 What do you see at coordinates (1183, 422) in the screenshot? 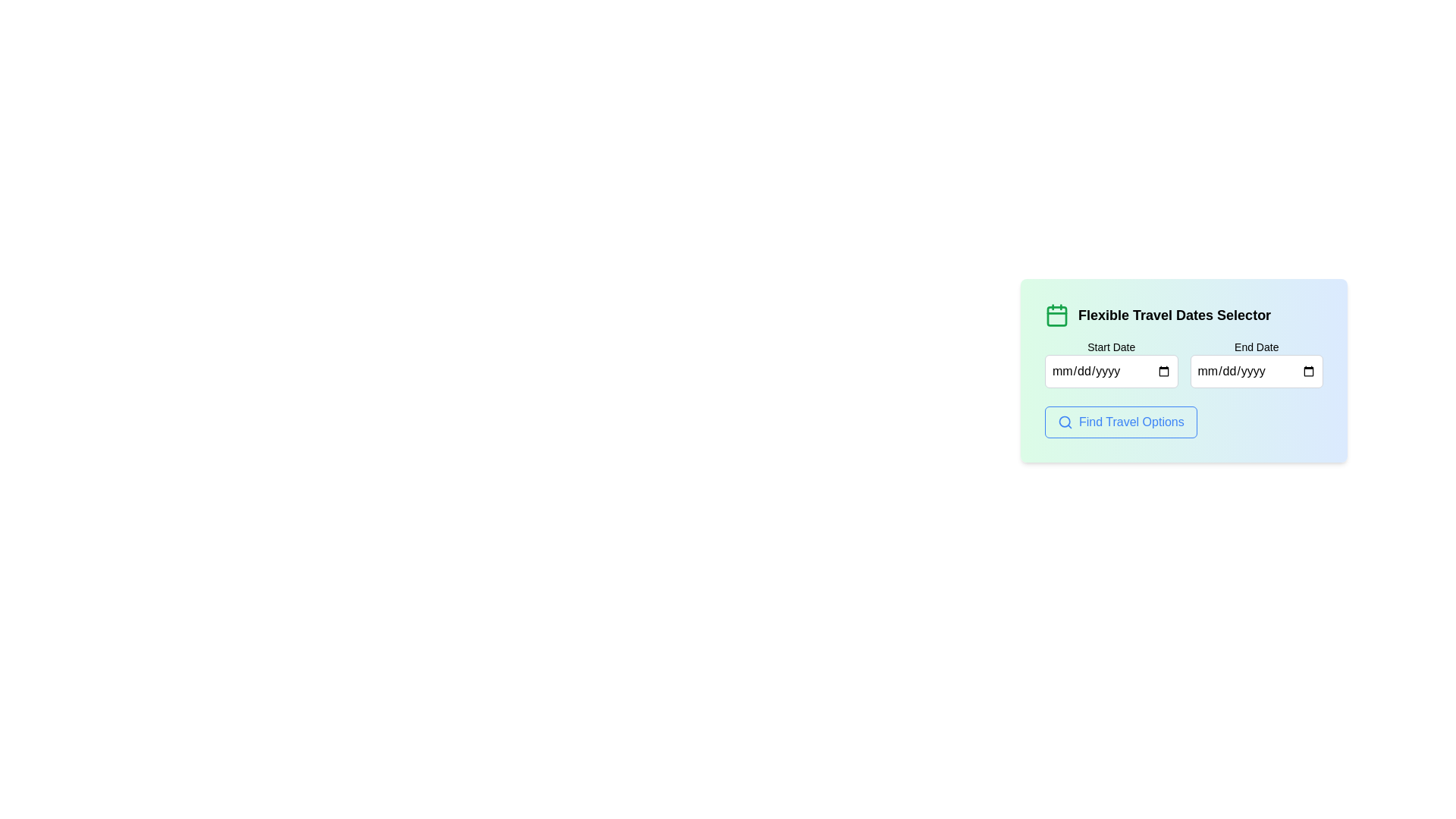
I see `the call-to-action button labeled for searching travel options, located below the 'Start Date' and 'End Date' input fields` at bounding box center [1183, 422].